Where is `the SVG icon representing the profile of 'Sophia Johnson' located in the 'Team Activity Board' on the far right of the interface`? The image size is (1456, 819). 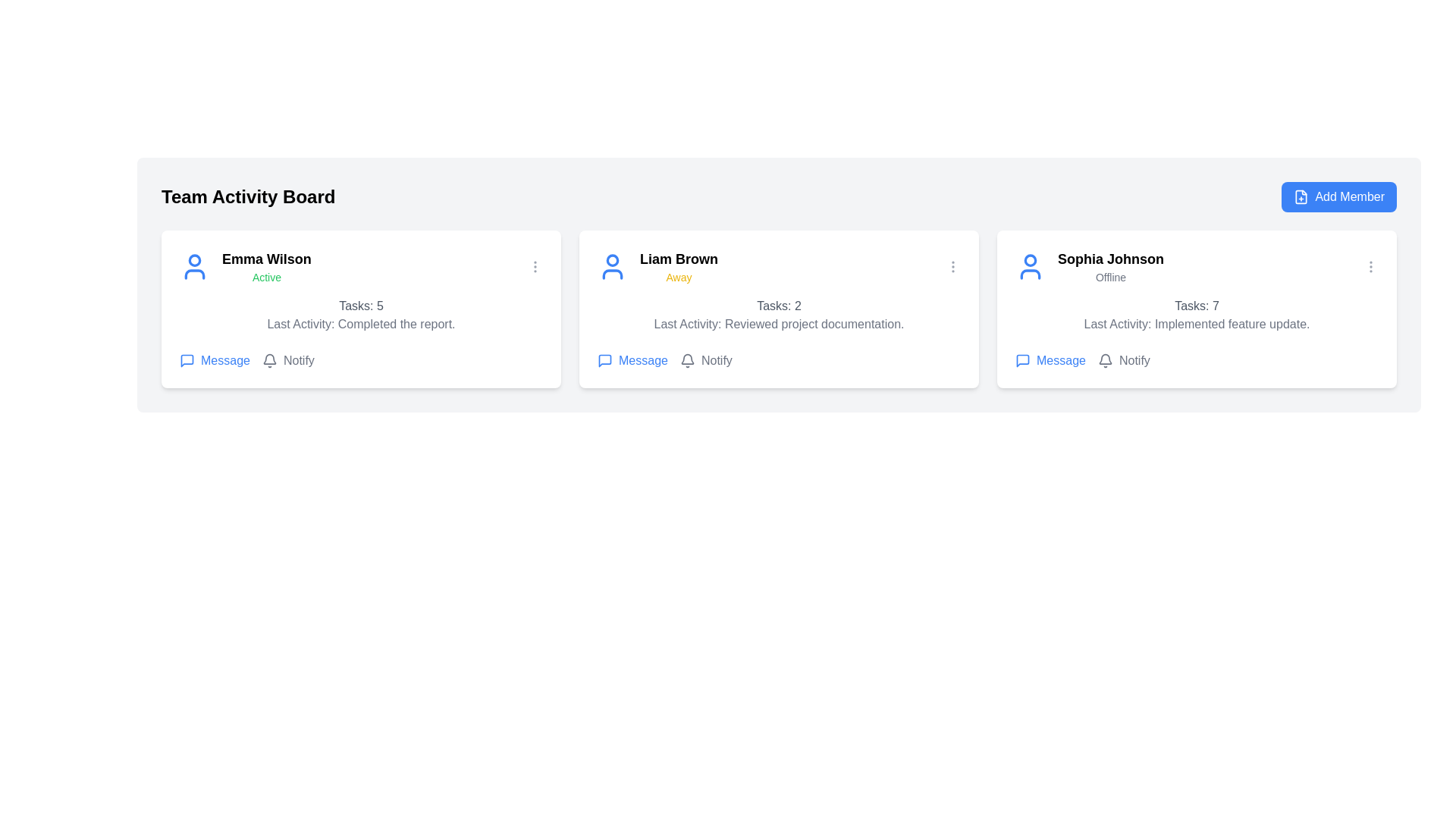
the SVG icon representing the profile of 'Sophia Johnson' located in the 'Team Activity Board' on the far right of the interface is located at coordinates (1030, 265).